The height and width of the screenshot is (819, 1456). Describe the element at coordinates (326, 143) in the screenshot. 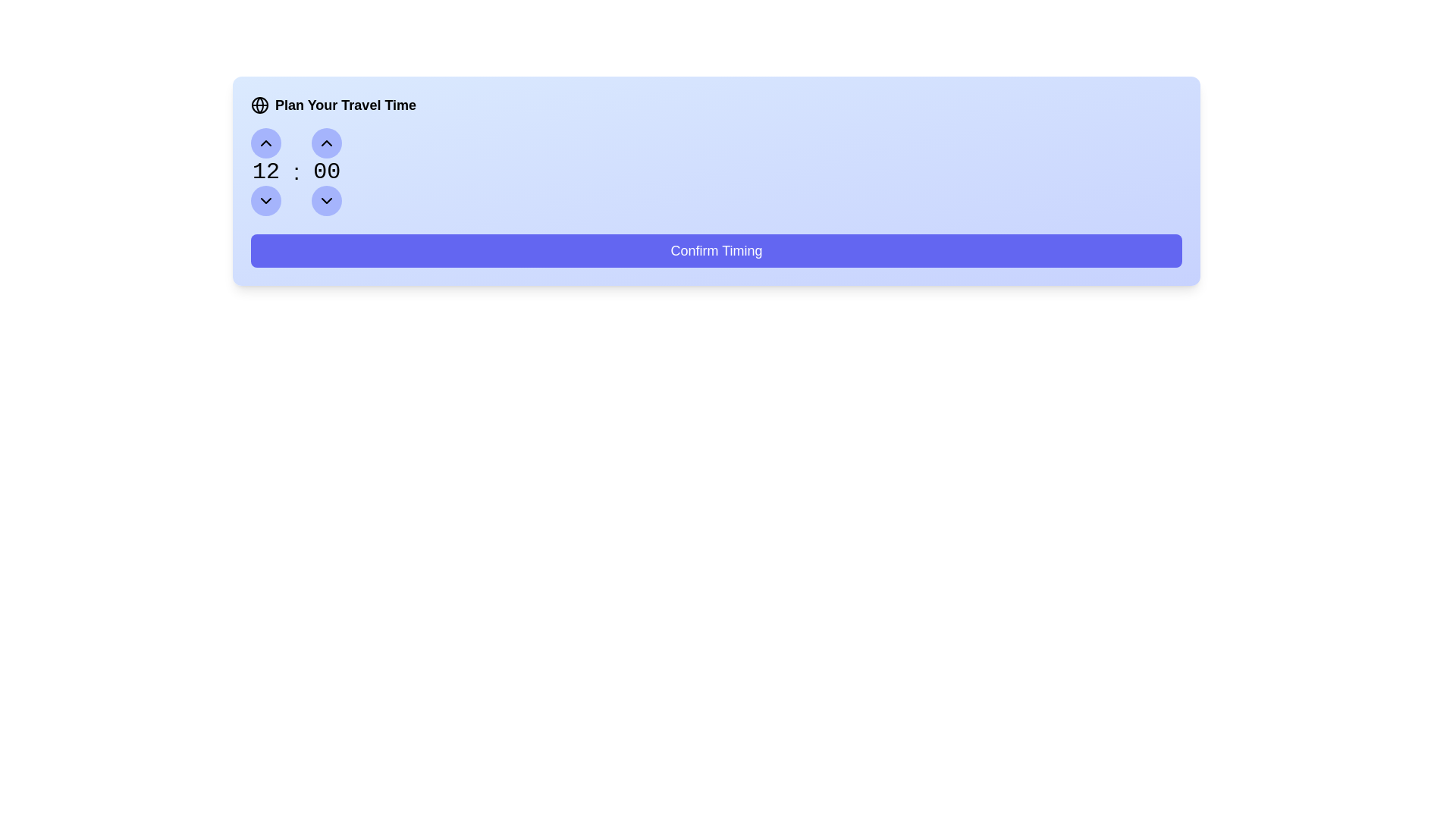

I see `the button that increments the 'minutes' value in the time-setting interface, located in the top row above the 'minutes' display` at that location.